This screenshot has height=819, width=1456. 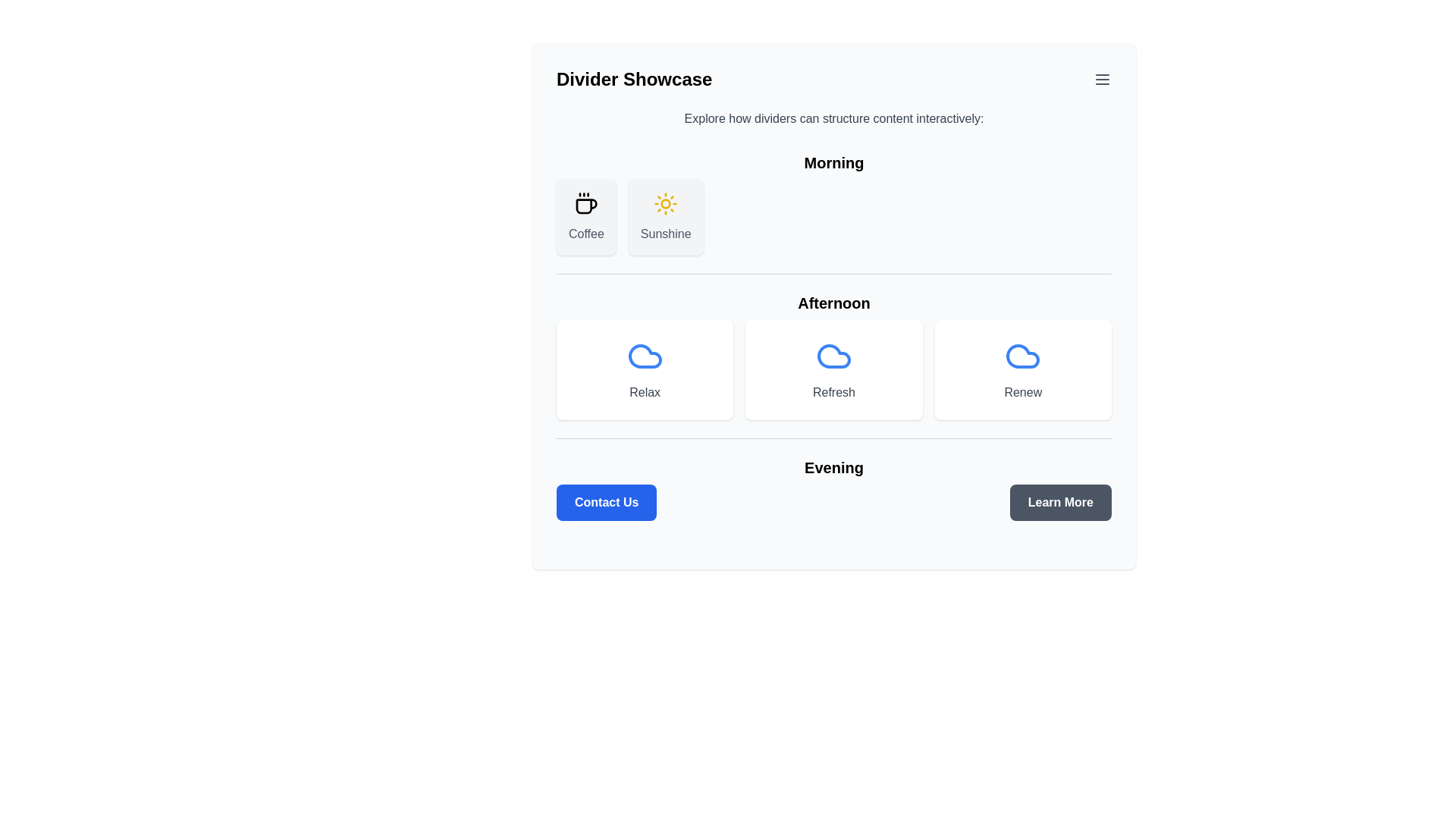 What do you see at coordinates (666, 234) in the screenshot?
I see `the descriptive label in the 'Morning' section, which indicates the theme of the card content, located directly below the sun icon` at bounding box center [666, 234].